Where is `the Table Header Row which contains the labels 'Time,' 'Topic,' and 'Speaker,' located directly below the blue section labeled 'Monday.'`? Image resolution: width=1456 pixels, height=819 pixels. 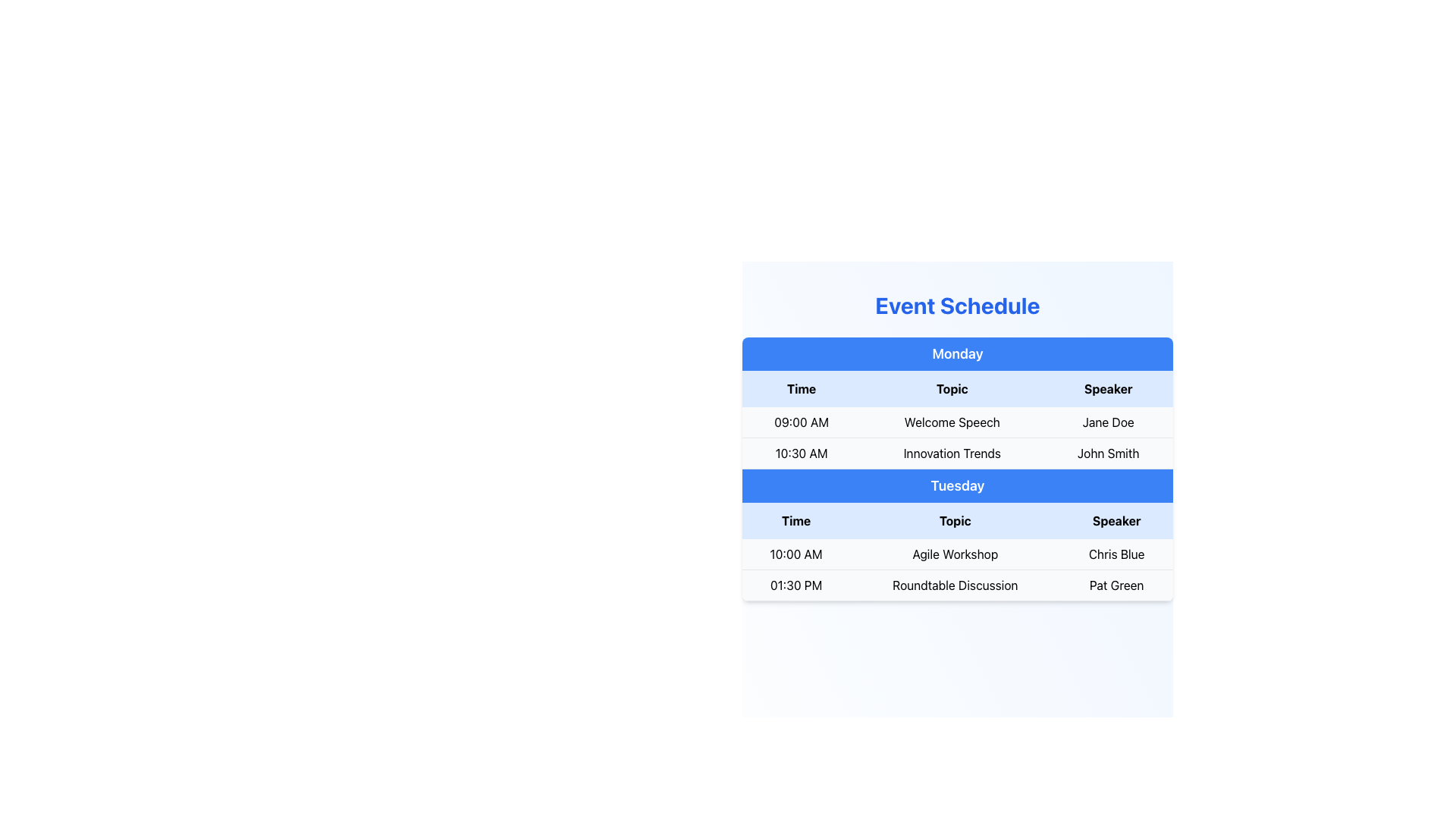
the Table Header Row which contains the labels 'Time,' 'Topic,' and 'Speaker,' located directly below the blue section labeled 'Monday.' is located at coordinates (956, 388).